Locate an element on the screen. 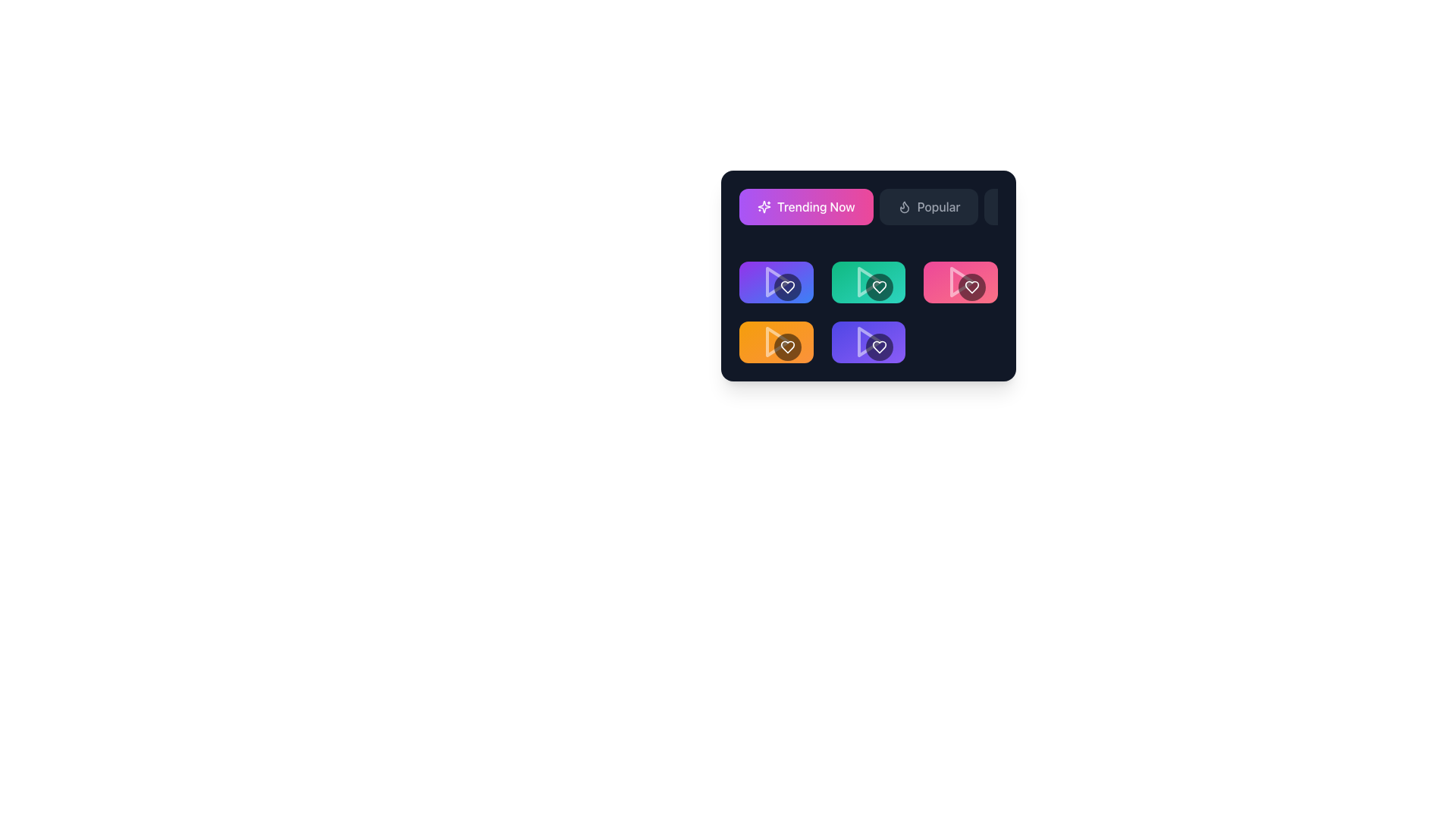 The height and width of the screenshot is (819, 1456). the star-like icon with sparkles located to the left of the 'Trending Now' label on the gradient pink button is located at coordinates (764, 207).